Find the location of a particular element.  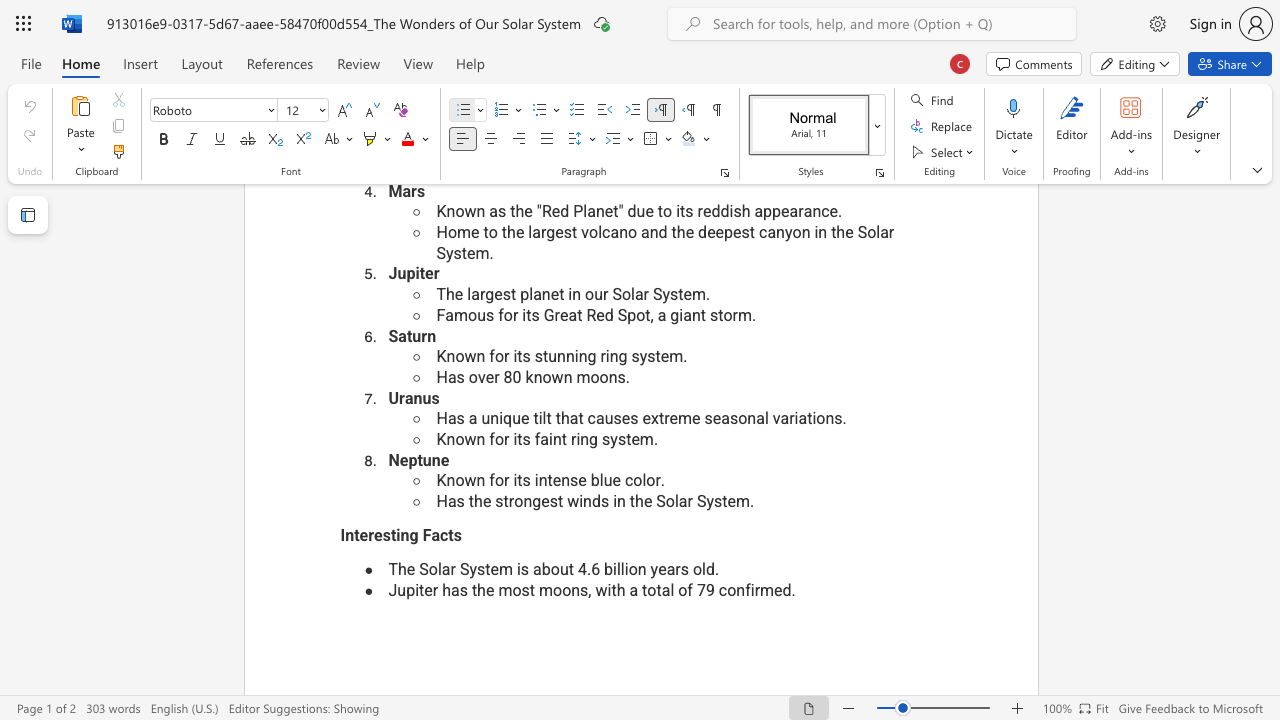

the space between the continuous character "t" and "e" in the text is located at coordinates (360, 534).